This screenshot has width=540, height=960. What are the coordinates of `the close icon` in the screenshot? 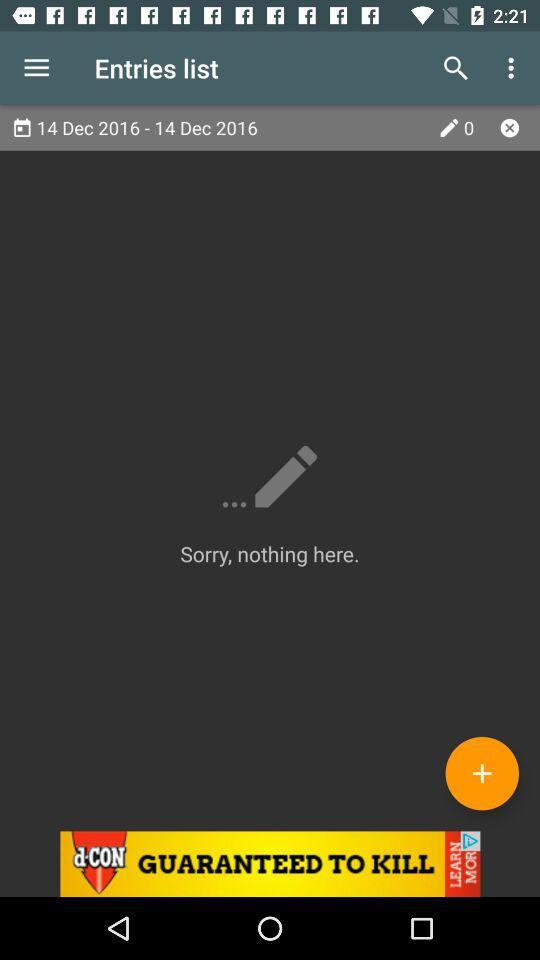 It's located at (509, 126).